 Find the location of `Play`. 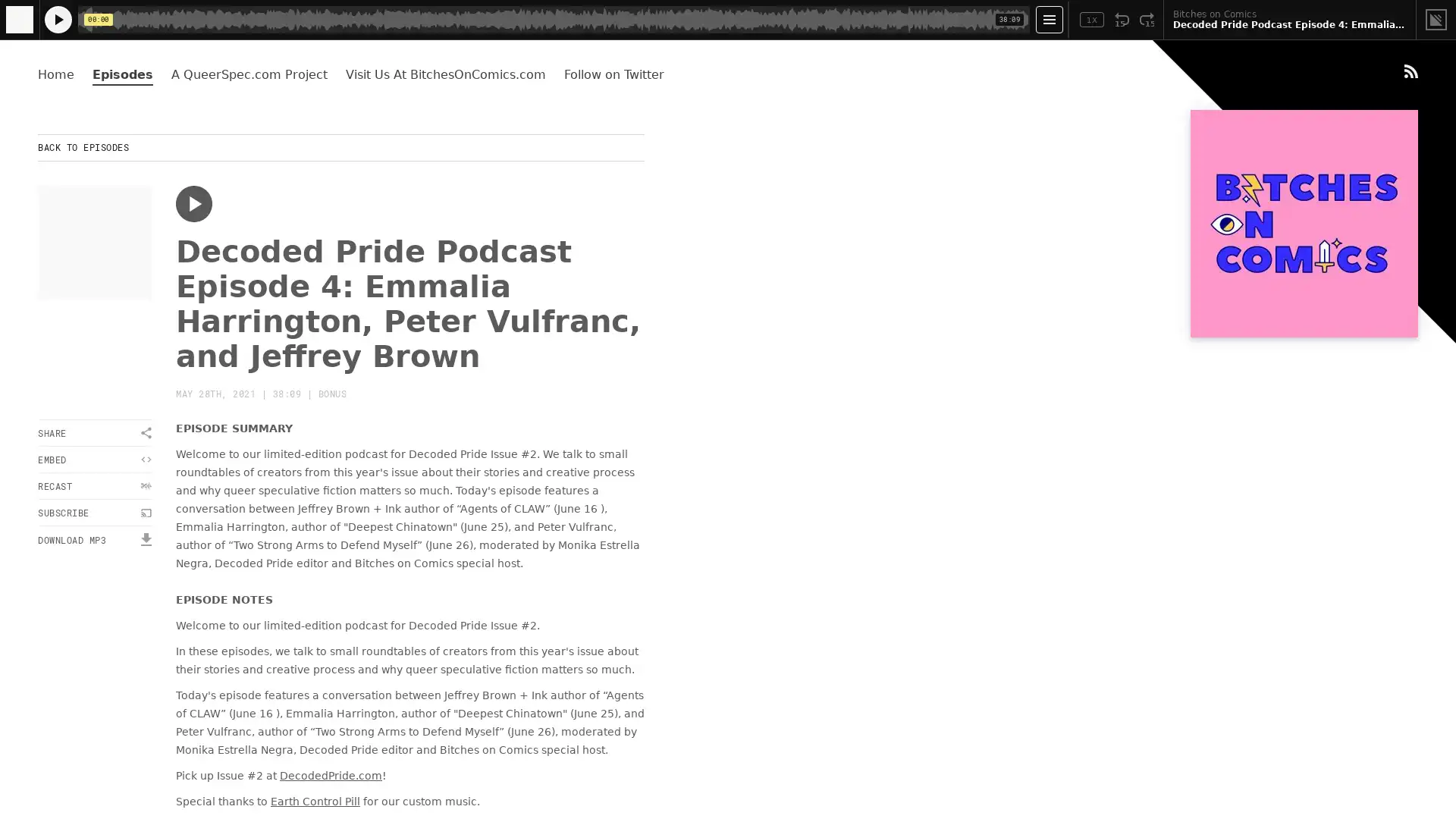

Play is located at coordinates (193, 203).